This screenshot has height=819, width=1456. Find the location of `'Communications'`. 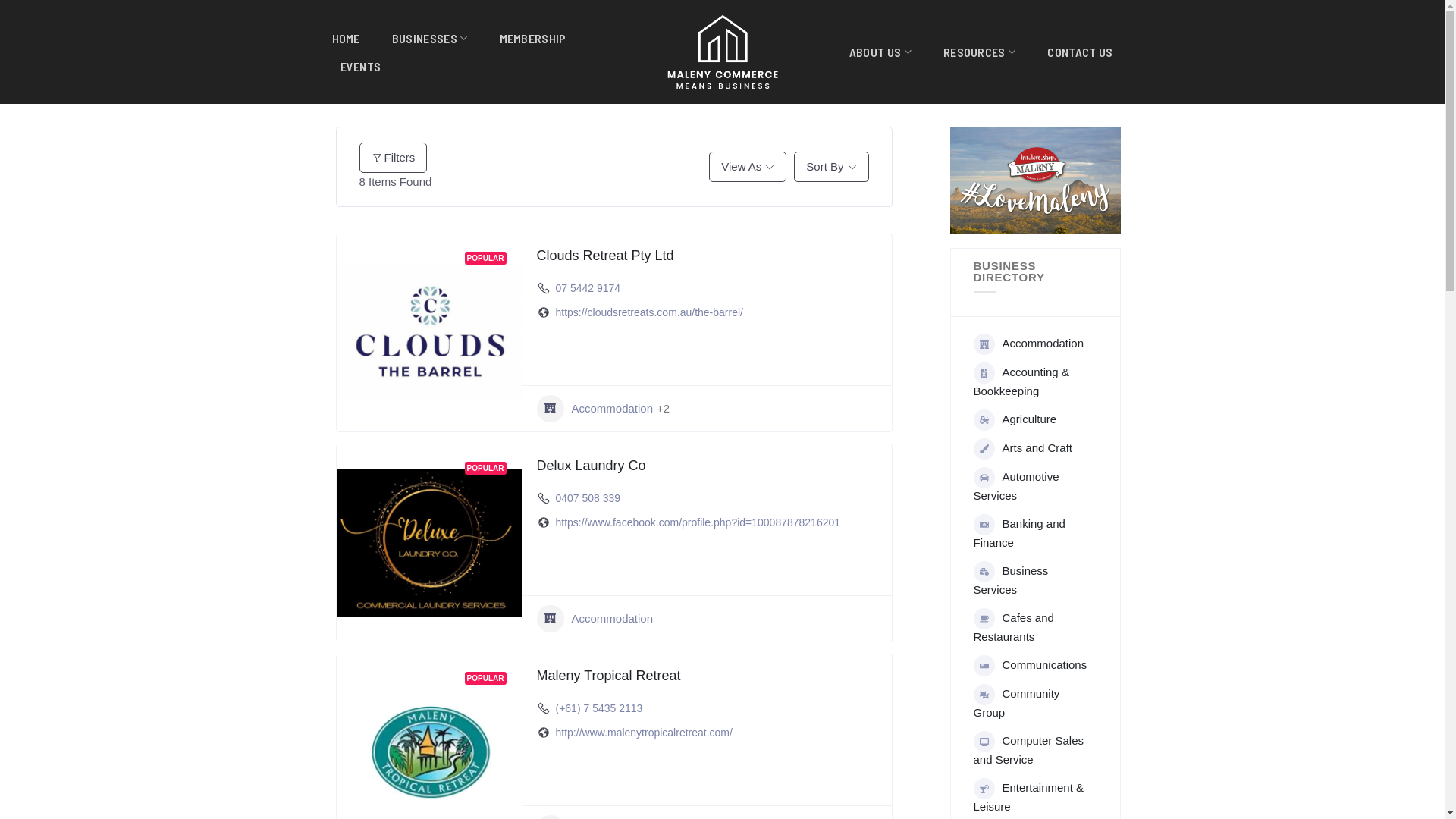

'Communications' is located at coordinates (1030, 663).